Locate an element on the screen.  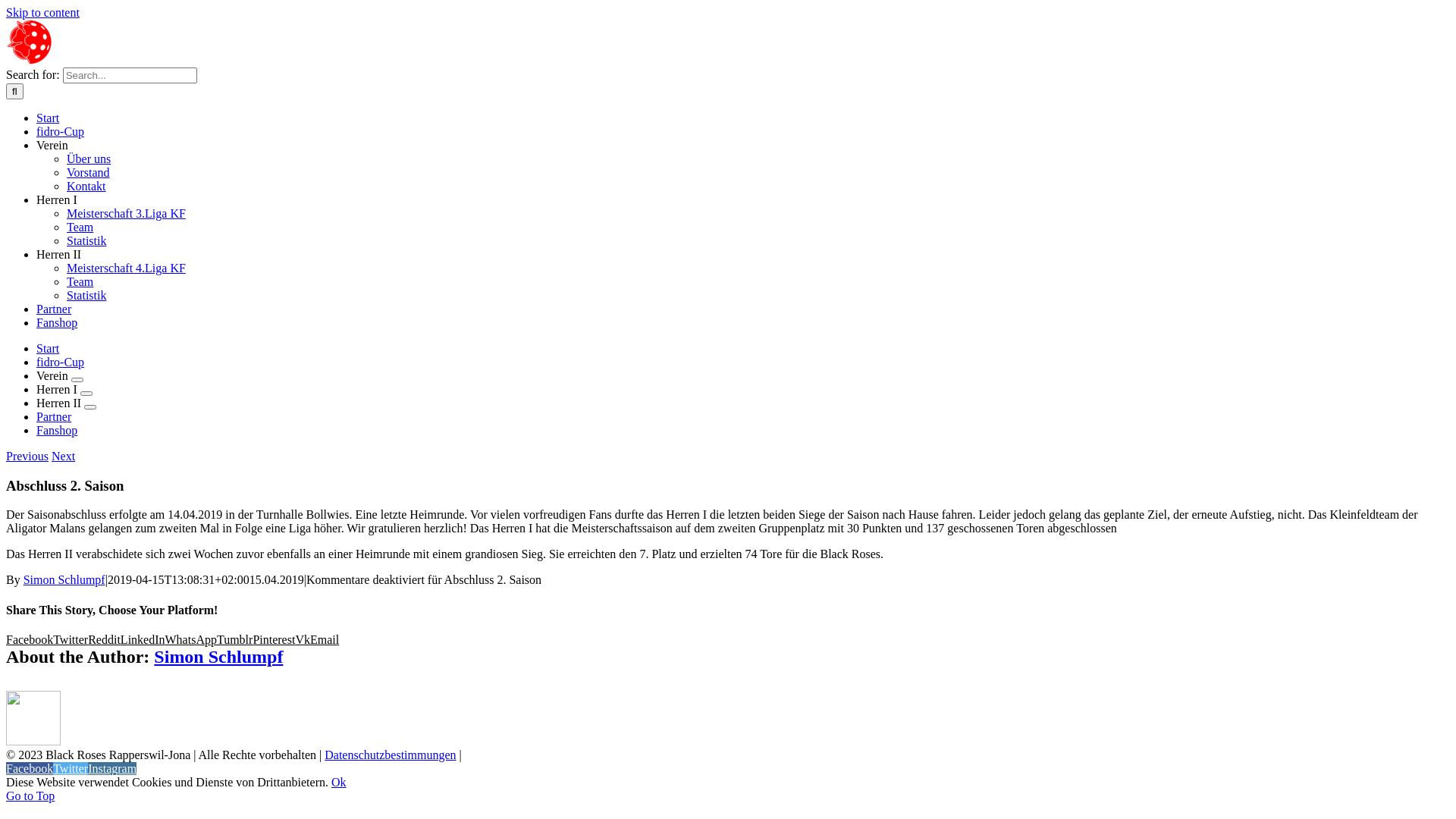
'Datenschutzbestimmungen' is located at coordinates (323, 755).